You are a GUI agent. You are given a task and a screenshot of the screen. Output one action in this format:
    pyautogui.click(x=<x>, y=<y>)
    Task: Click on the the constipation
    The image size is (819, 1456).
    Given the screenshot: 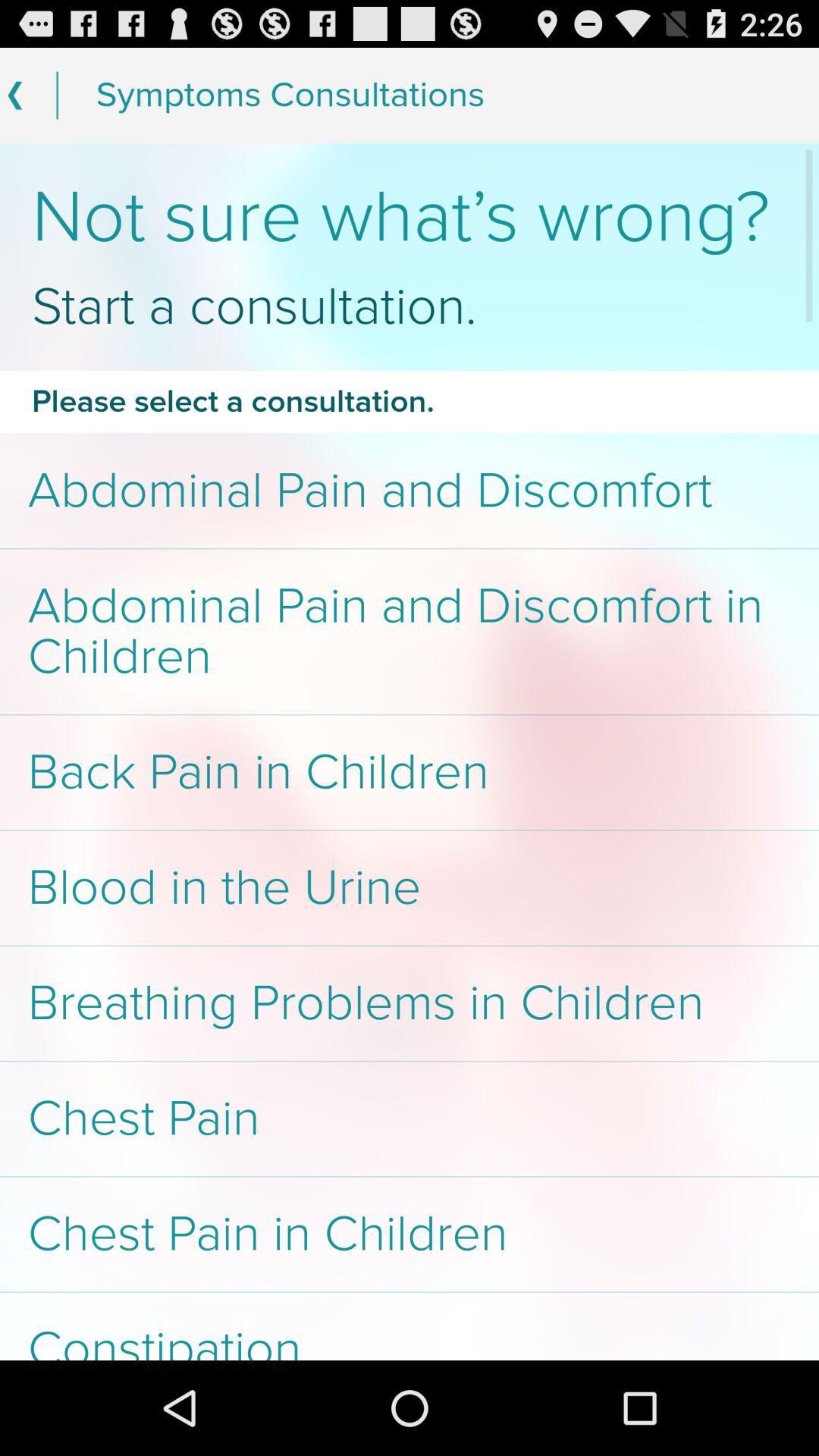 What is the action you would take?
    pyautogui.click(x=409, y=1326)
    